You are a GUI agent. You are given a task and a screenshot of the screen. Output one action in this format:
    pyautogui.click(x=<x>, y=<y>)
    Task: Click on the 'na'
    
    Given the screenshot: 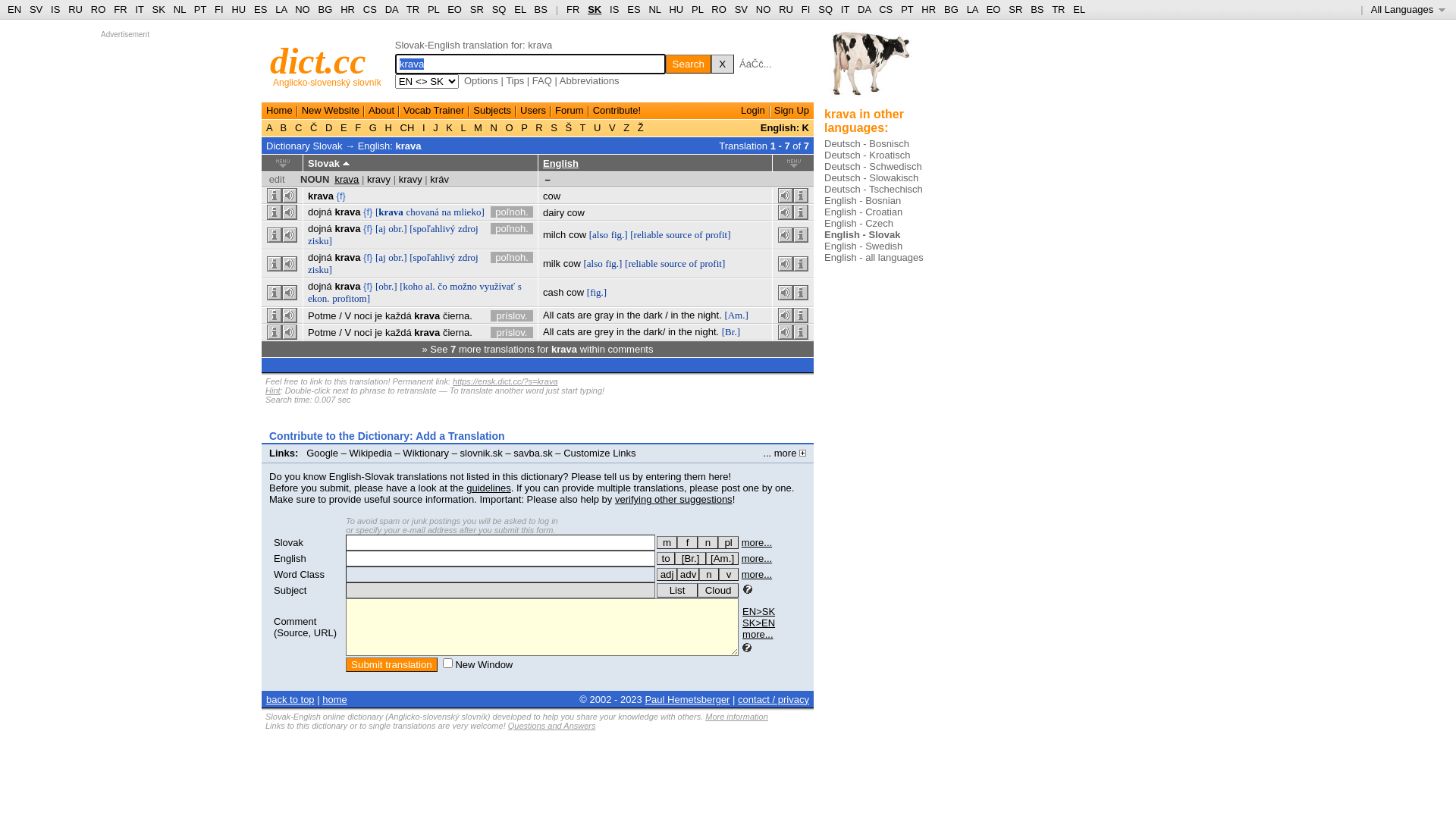 What is the action you would take?
    pyautogui.click(x=440, y=212)
    